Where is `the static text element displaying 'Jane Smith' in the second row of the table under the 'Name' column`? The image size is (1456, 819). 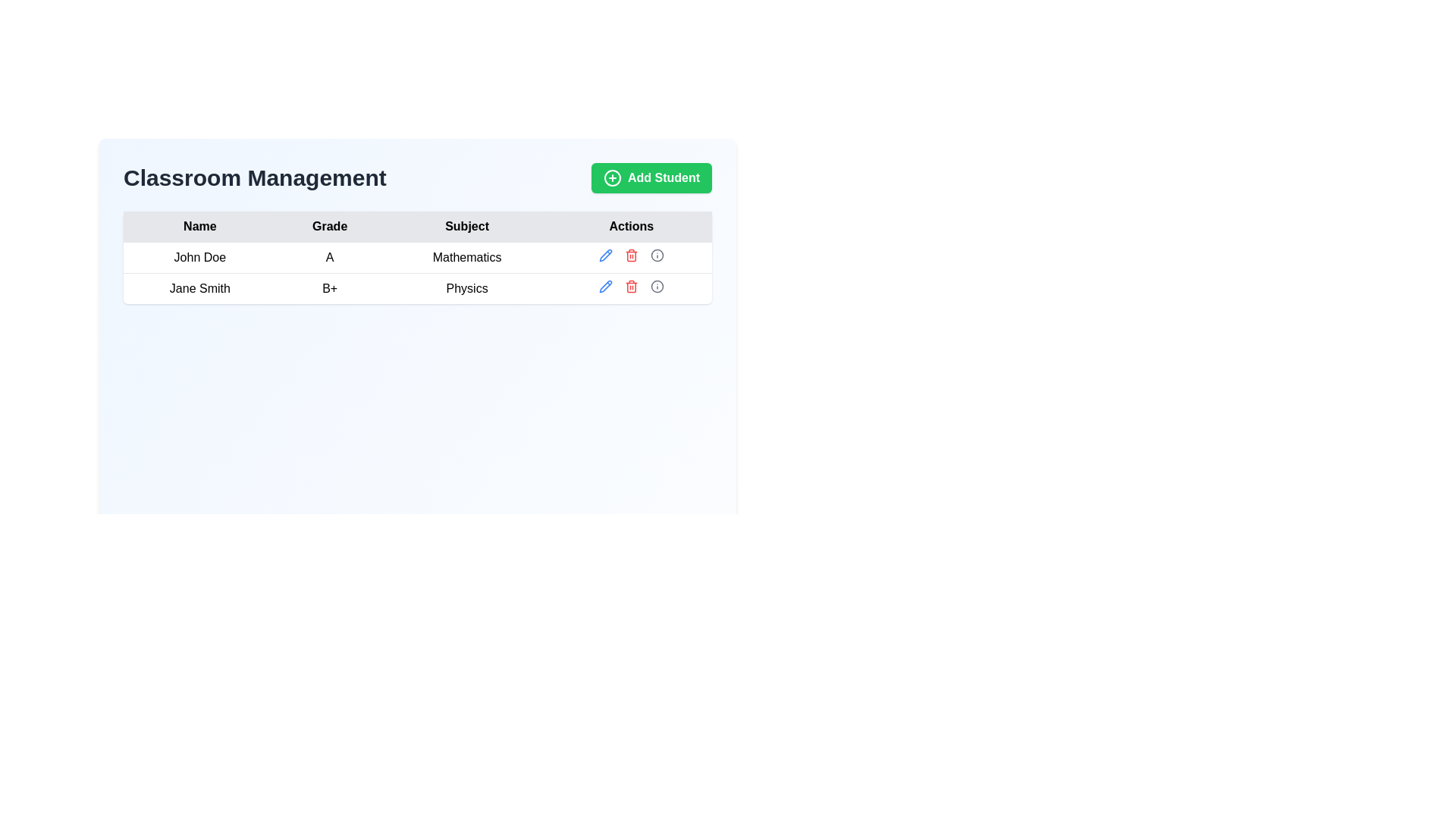 the static text element displaying 'Jane Smith' in the second row of the table under the 'Name' column is located at coordinates (199, 288).